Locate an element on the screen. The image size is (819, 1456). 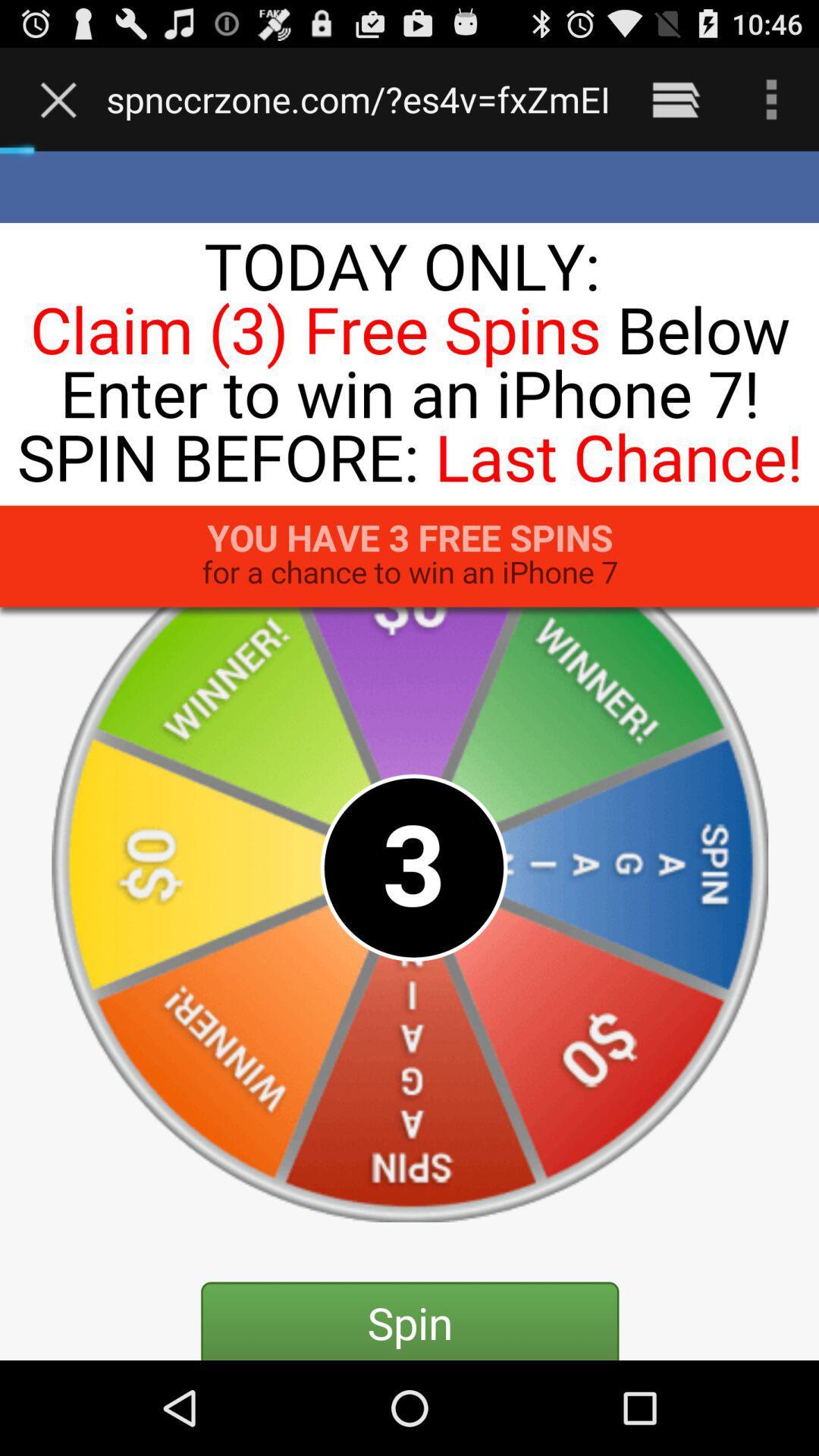
item at the center is located at coordinates (409, 755).